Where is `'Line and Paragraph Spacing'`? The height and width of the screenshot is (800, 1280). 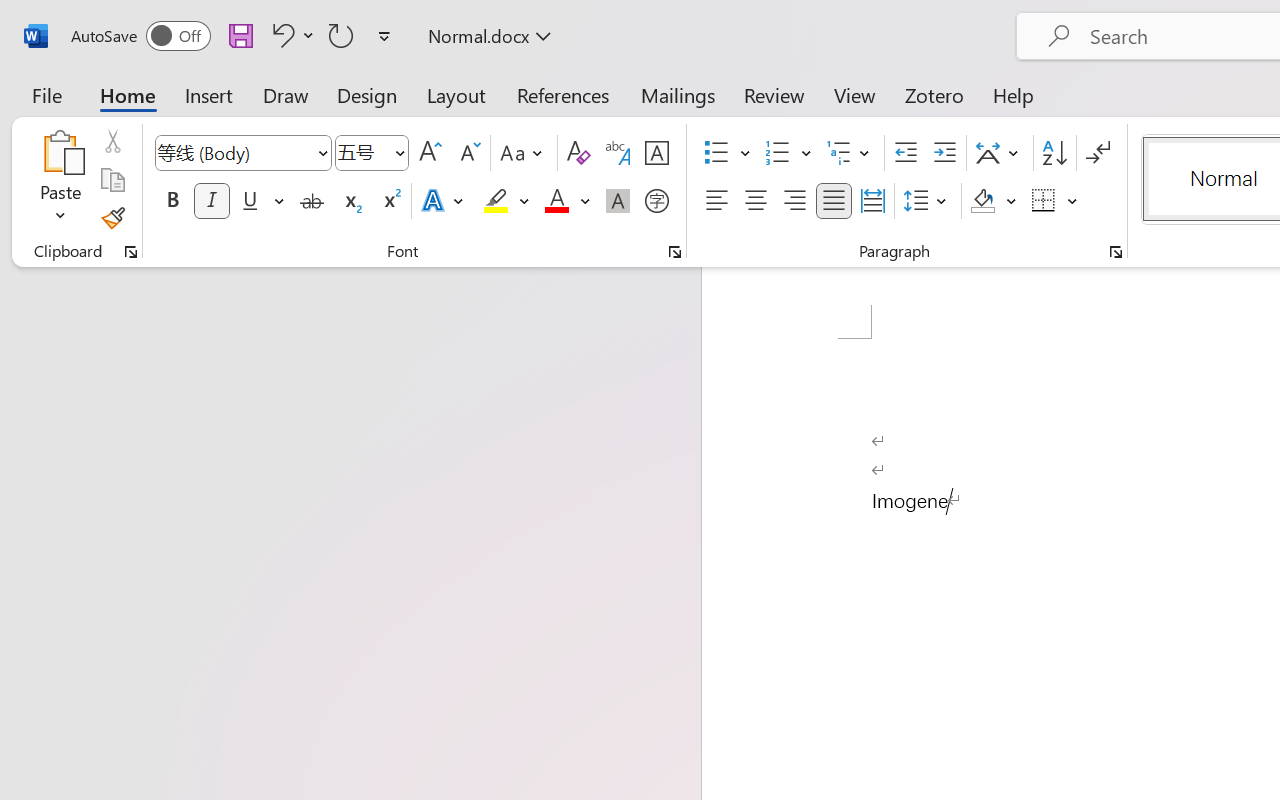 'Line and Paragraph Spacing' is located at coordinates (927, 201).